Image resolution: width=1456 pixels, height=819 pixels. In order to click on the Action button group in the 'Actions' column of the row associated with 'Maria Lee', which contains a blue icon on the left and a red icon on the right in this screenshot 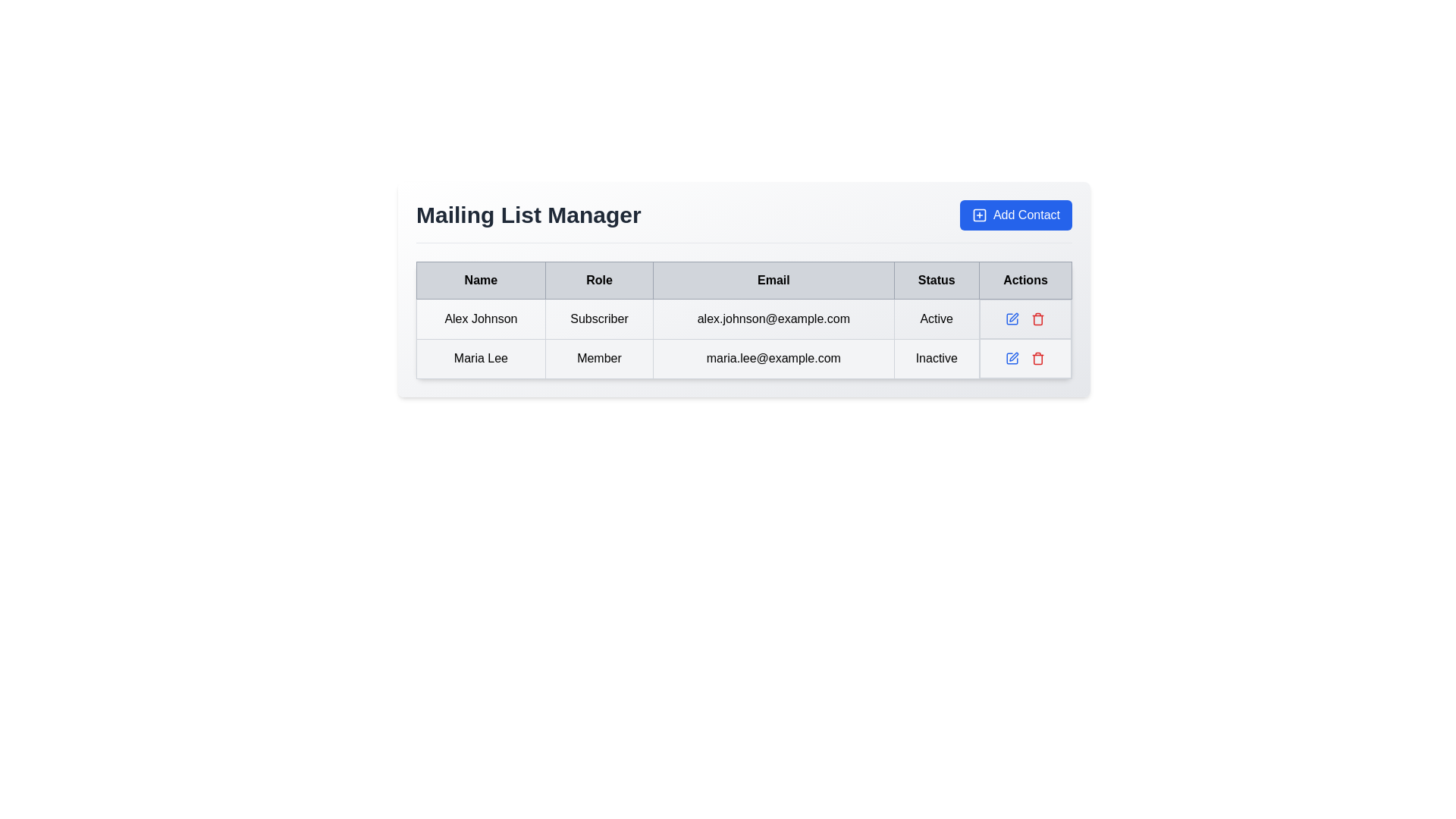, I will do `click(1025, 359)`.